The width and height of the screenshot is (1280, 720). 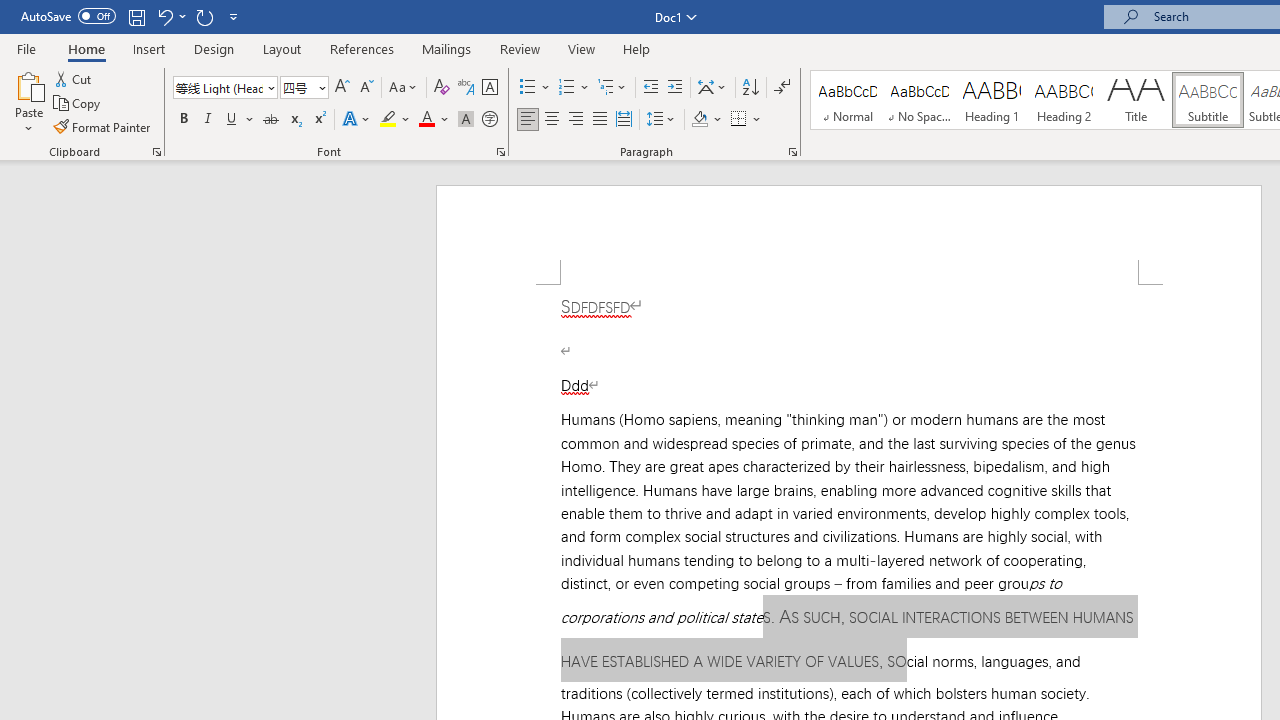 What do you see at coordinates (303, 86) in the screenshot?
I see `'Font Size'` at bounding box center [303, 86].